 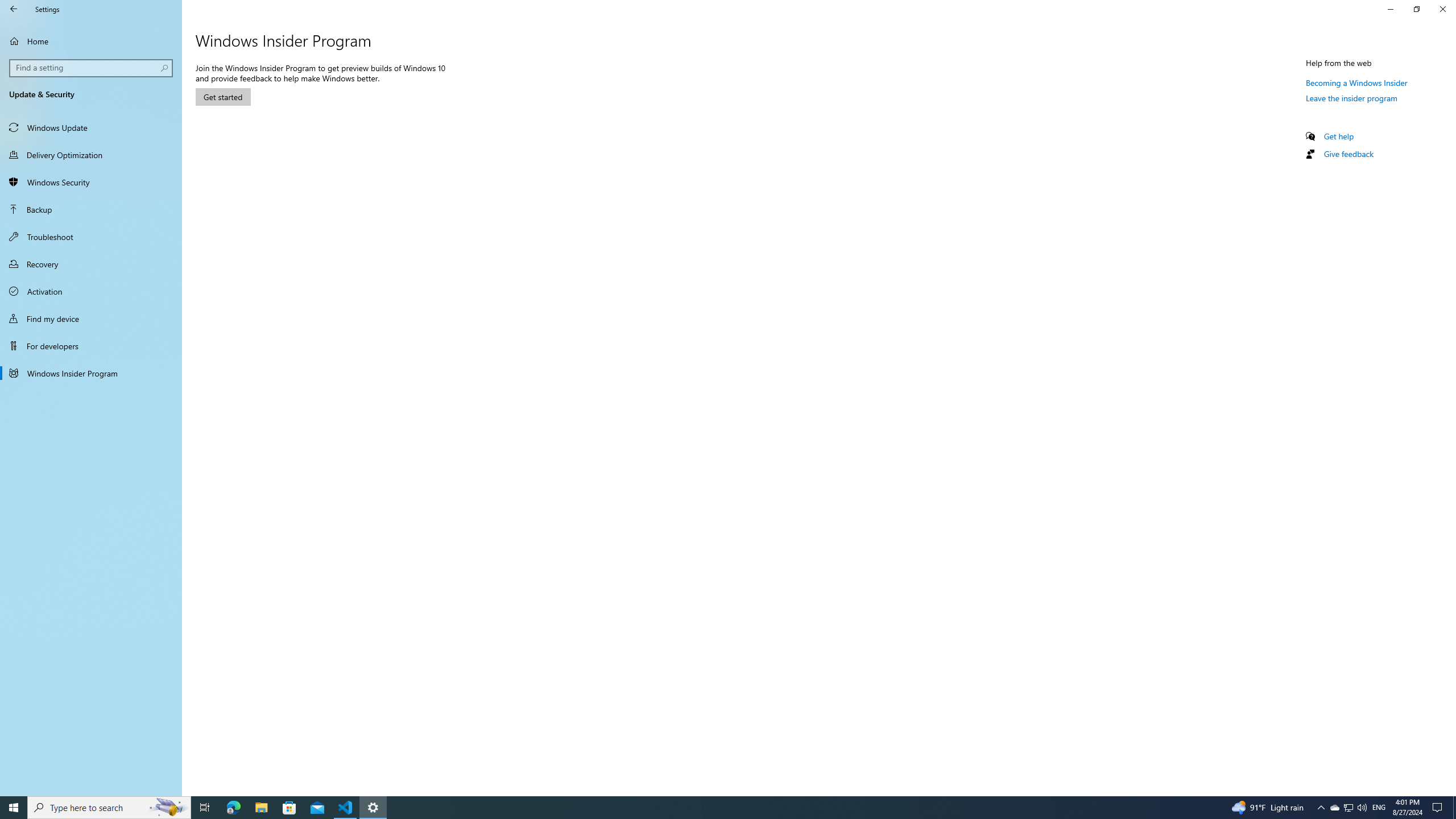 What do you see at coordinates (222, 96) in the screenshot?
I see `'Get started'` at bounding box center [222, 96].